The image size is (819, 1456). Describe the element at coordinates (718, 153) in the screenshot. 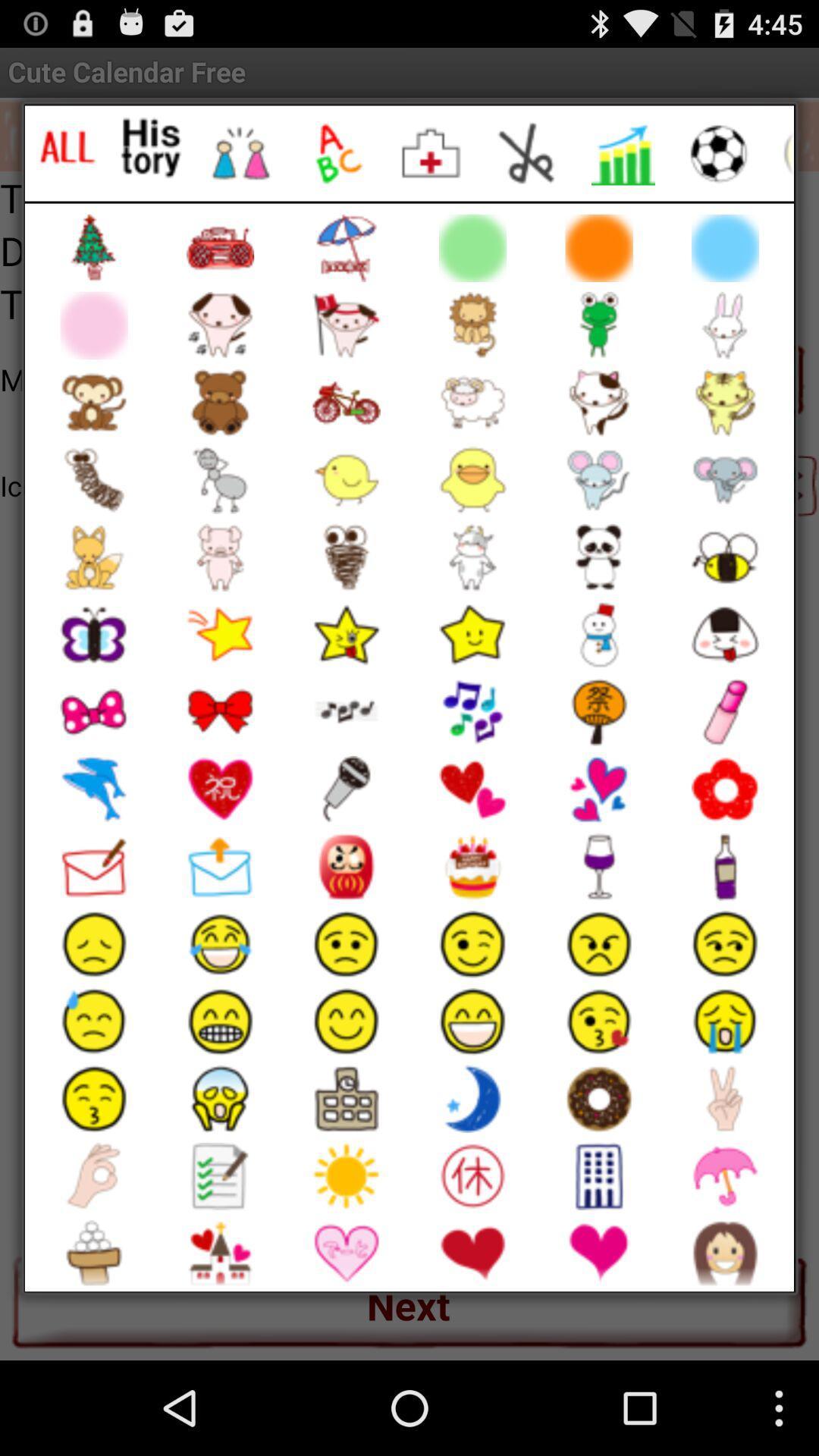

I see `sports emojis` at that location.